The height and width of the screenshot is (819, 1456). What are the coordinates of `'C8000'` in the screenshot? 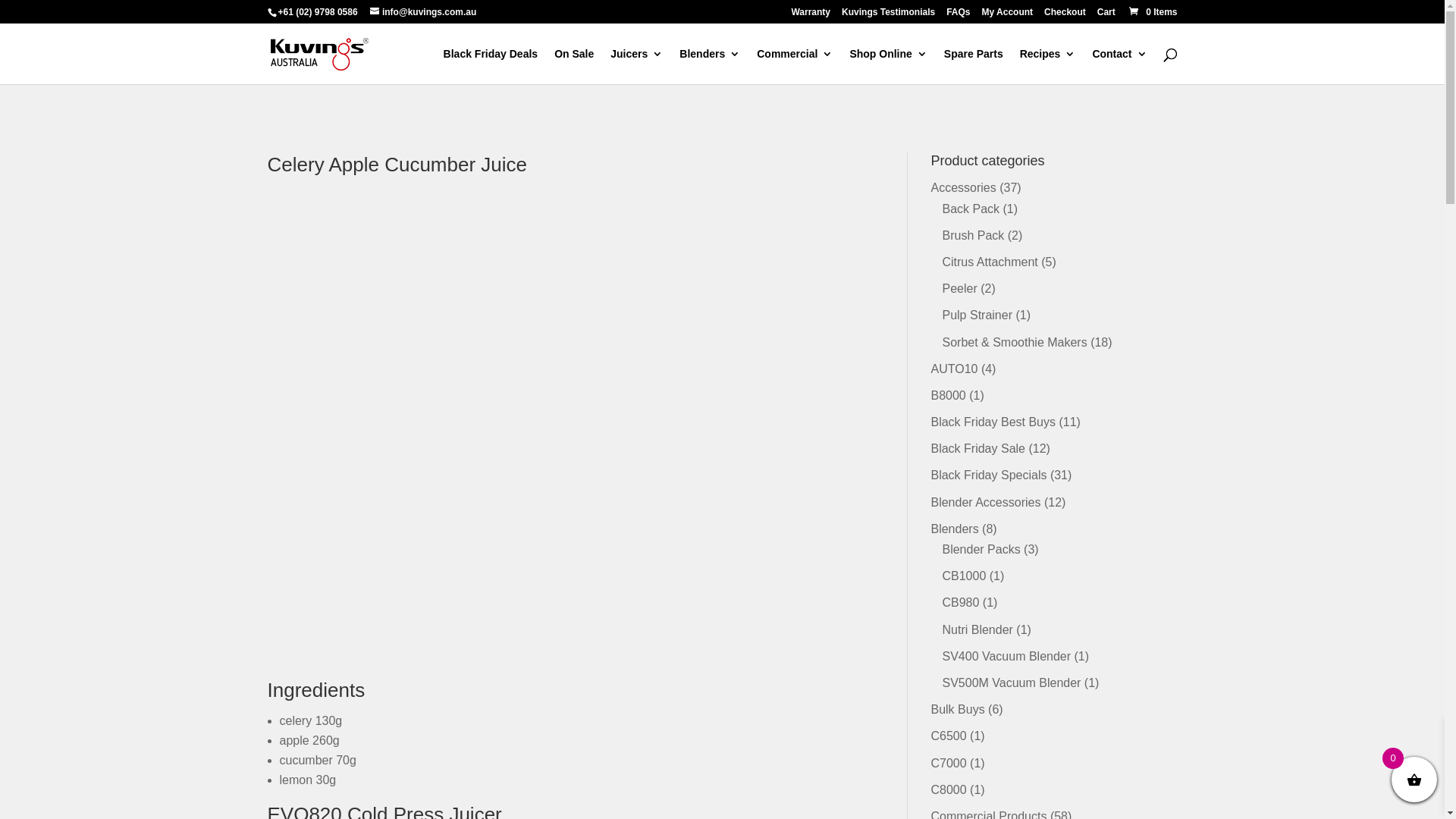 It's located at (947, 789).